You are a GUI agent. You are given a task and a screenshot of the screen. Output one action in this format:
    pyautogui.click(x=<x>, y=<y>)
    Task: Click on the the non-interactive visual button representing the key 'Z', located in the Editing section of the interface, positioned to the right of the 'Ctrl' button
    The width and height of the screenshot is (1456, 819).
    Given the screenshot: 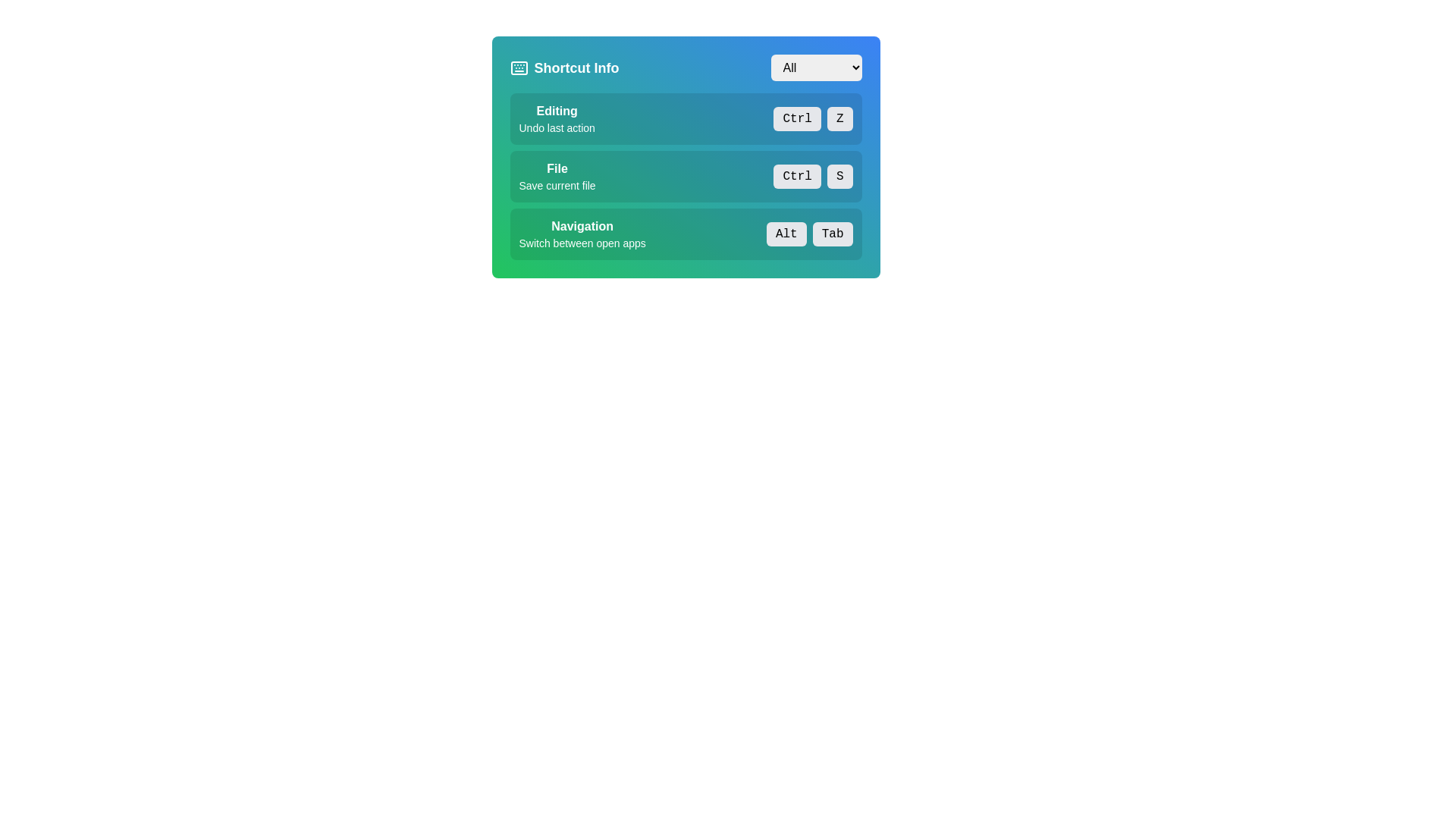 What is the action you would take?
    pyautogui.click(x=839, y=118)
    